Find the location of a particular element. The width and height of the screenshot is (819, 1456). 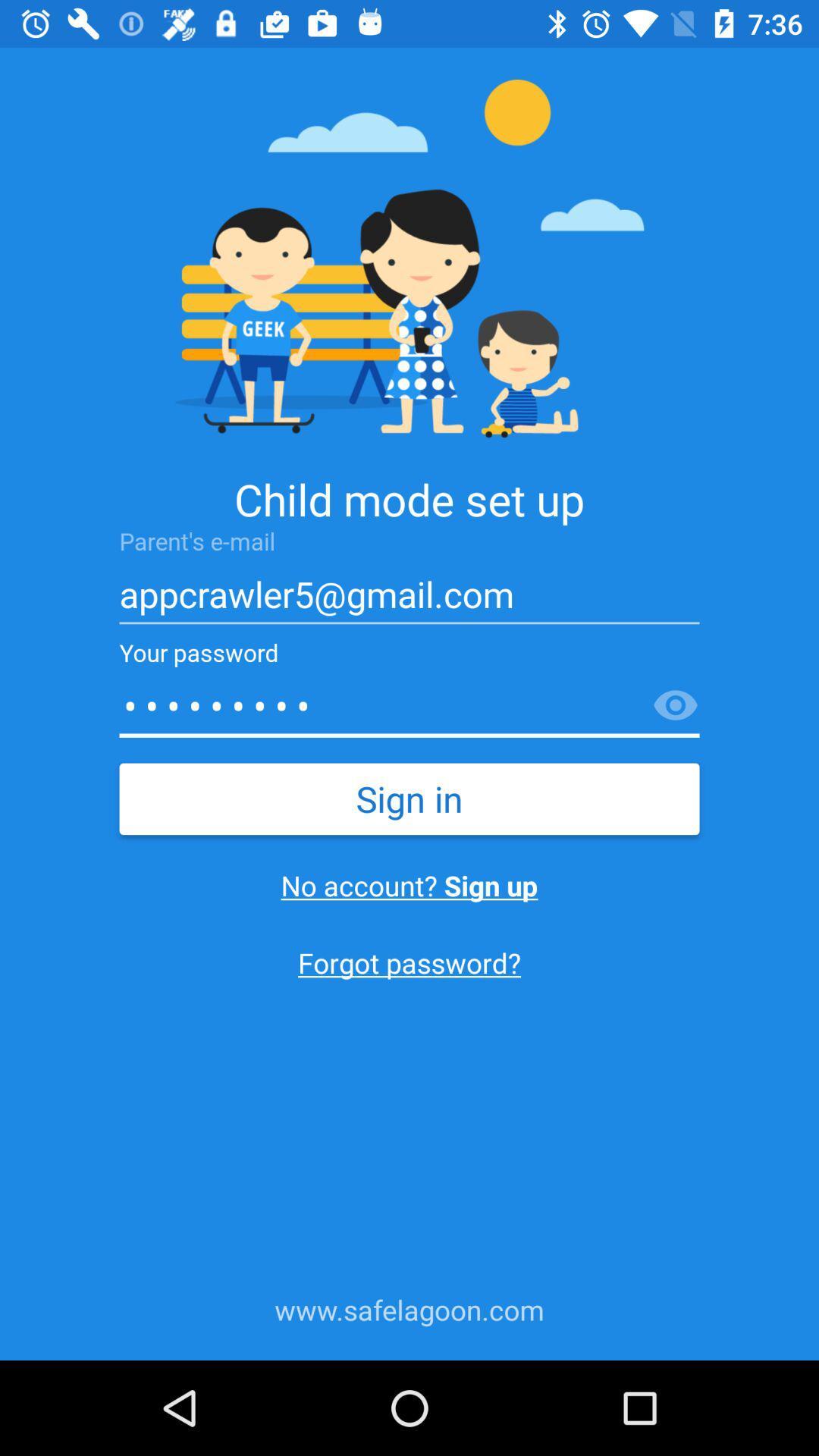

the visibility icon is located at coordinates (675, 705).